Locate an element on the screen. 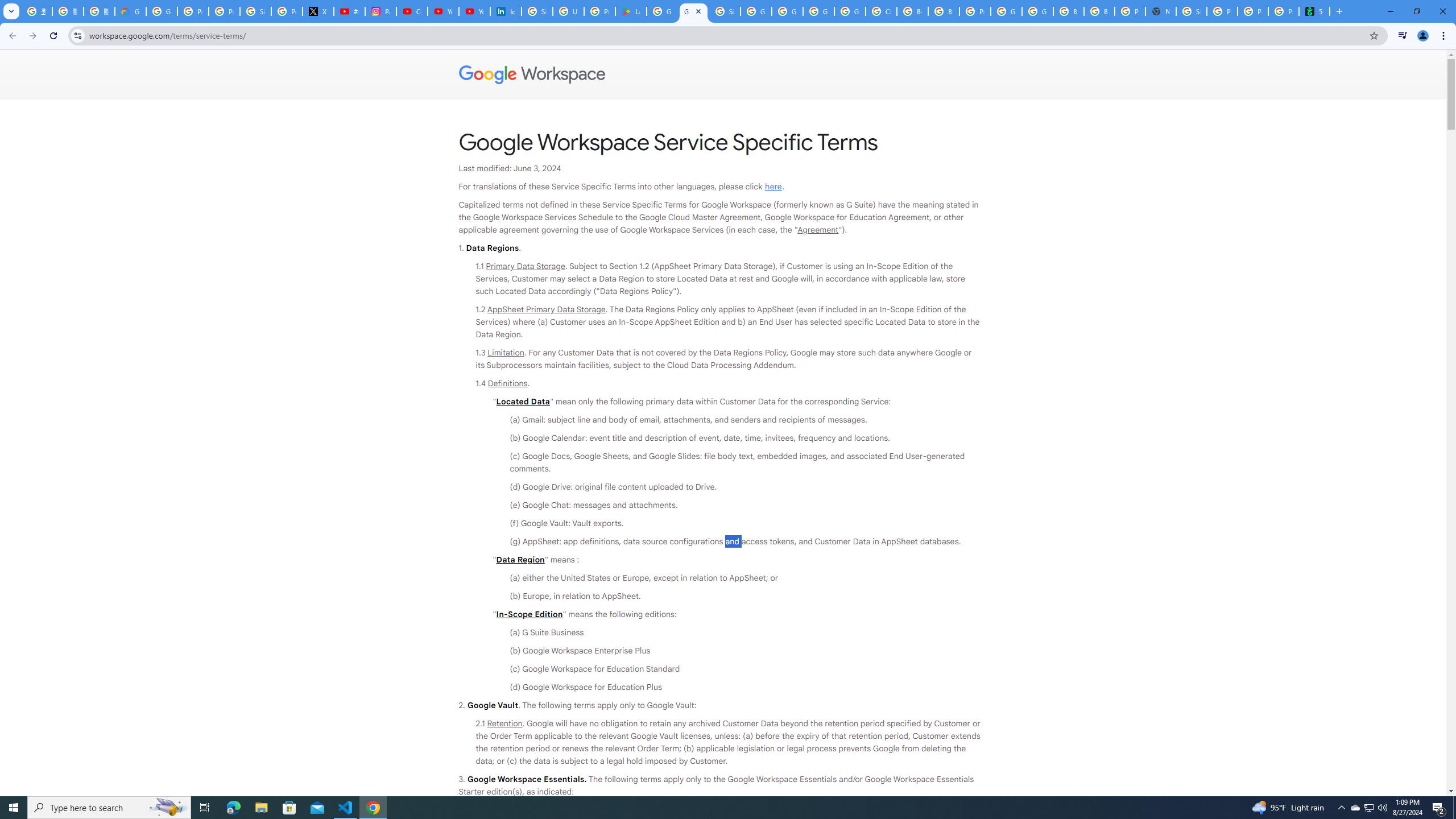 This screenshot has height=819, width=1456. 'Google Cloud Privacy Notice' is located at coordinates (130, 11).